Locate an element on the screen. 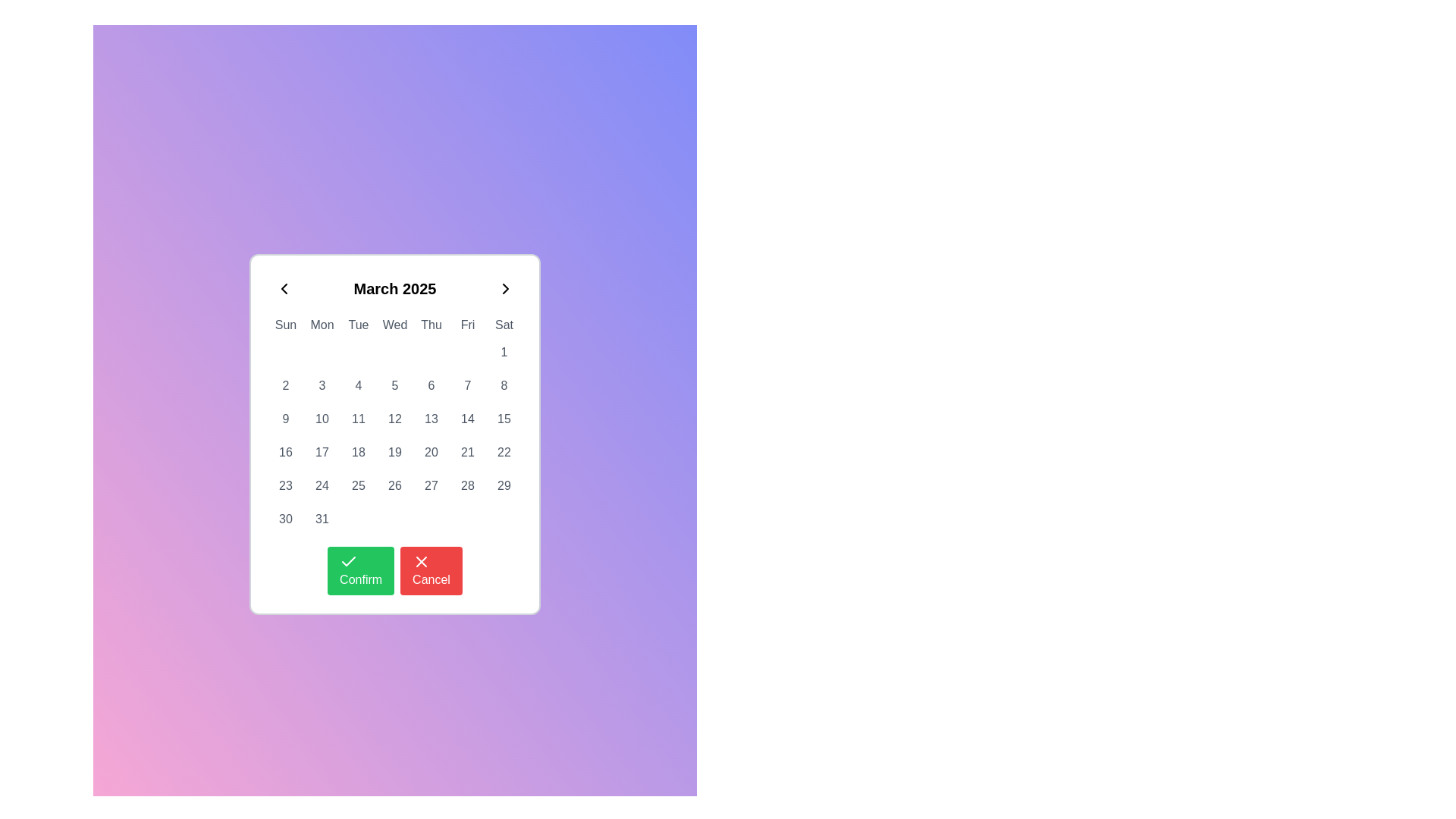 This screenshot has width=1456, height=819. the circular button styled with 'hover:bg-gray-100' containing a left-pointing chevron icon, located at the far left of the header section of the calendar widget, to observe its hover effect is located at coordinates (284, 289).